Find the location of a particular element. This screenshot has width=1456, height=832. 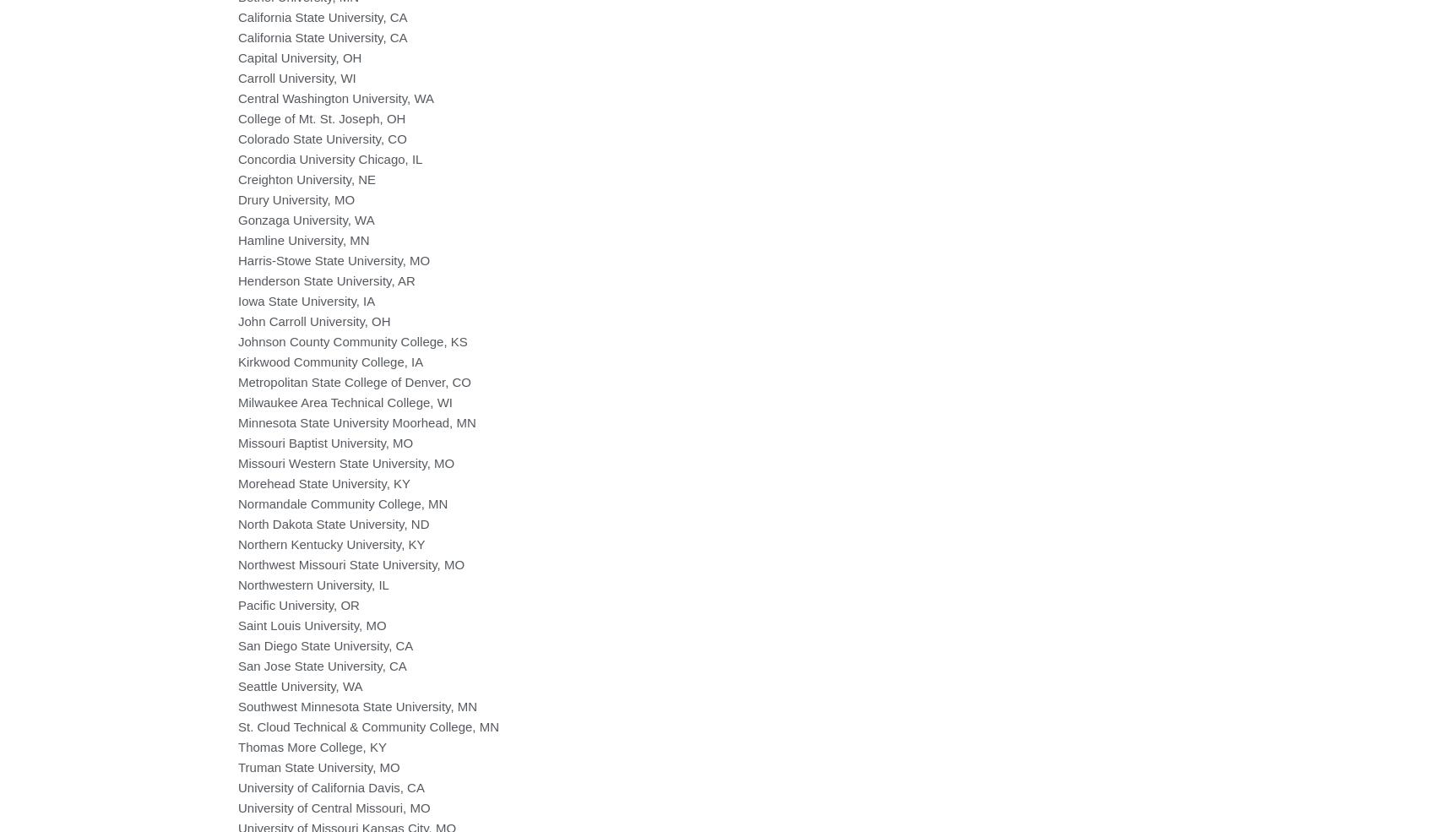

'Carroll University, WI' is located at coordinates (296, 76).